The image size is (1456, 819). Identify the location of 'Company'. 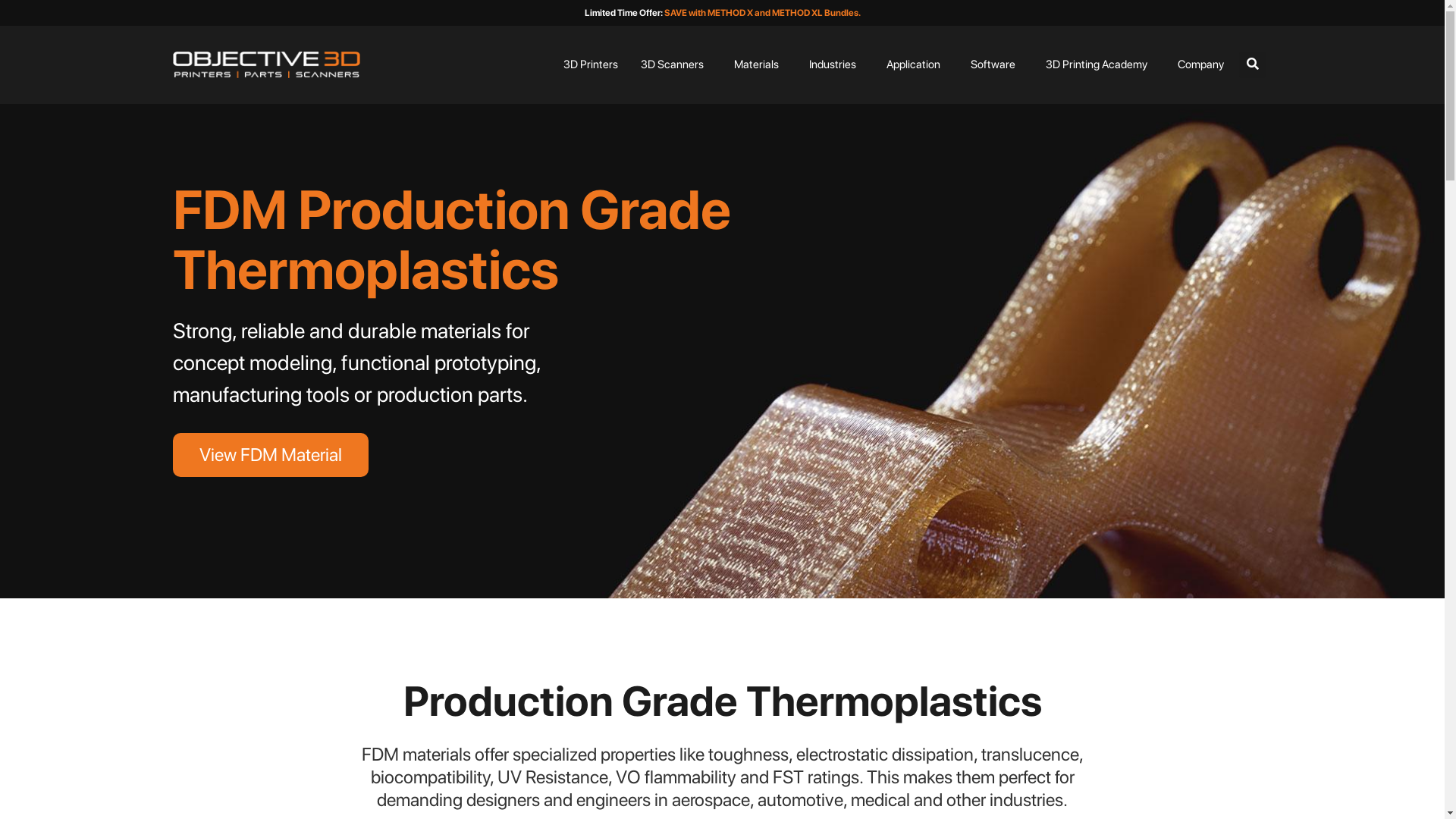
(1200, 64).